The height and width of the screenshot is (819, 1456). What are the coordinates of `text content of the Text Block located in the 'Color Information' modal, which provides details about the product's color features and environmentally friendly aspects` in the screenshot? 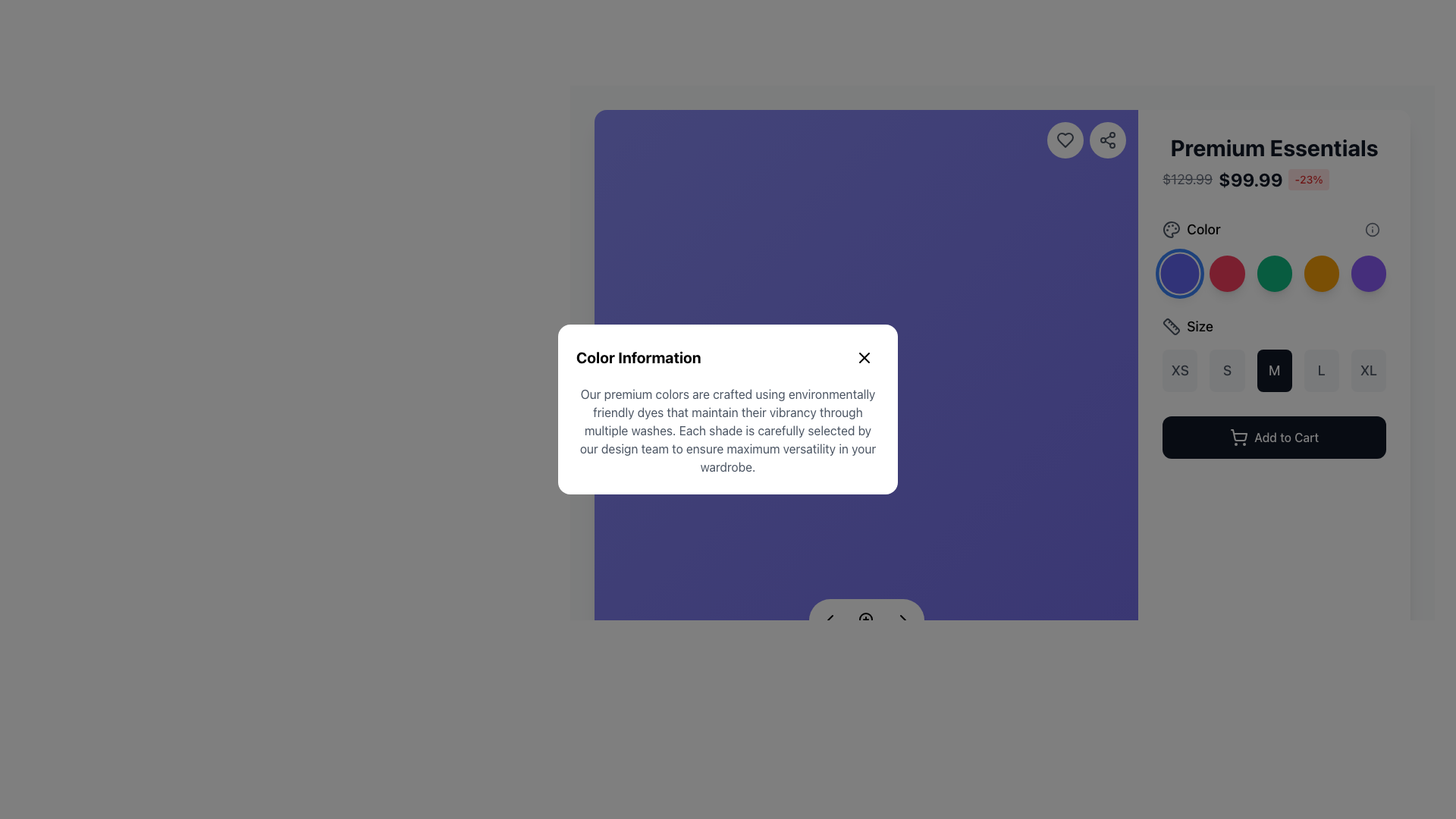 It's located at (728, 430).